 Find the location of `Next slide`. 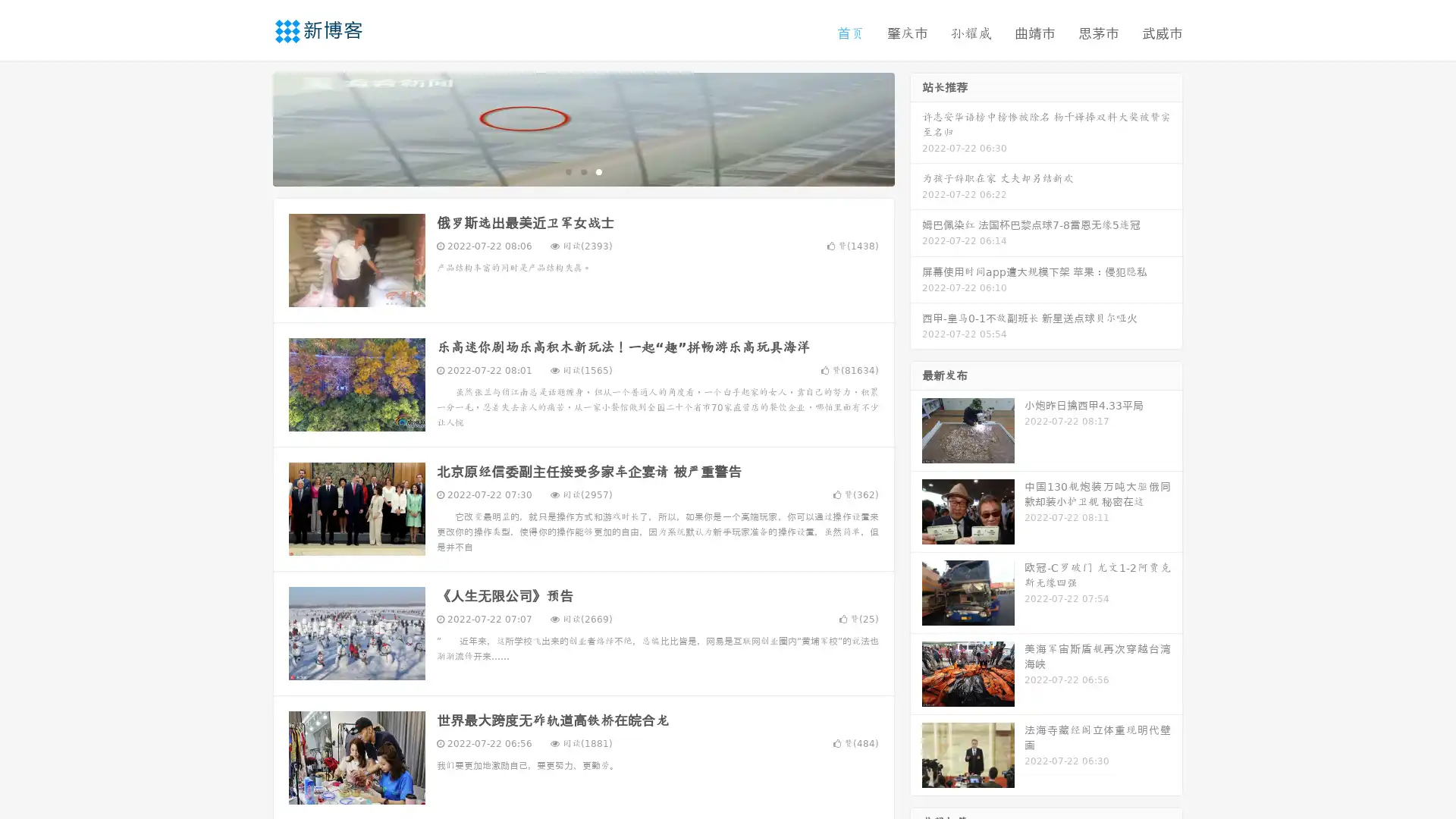

Next slide is located at coordinates (916, 127).